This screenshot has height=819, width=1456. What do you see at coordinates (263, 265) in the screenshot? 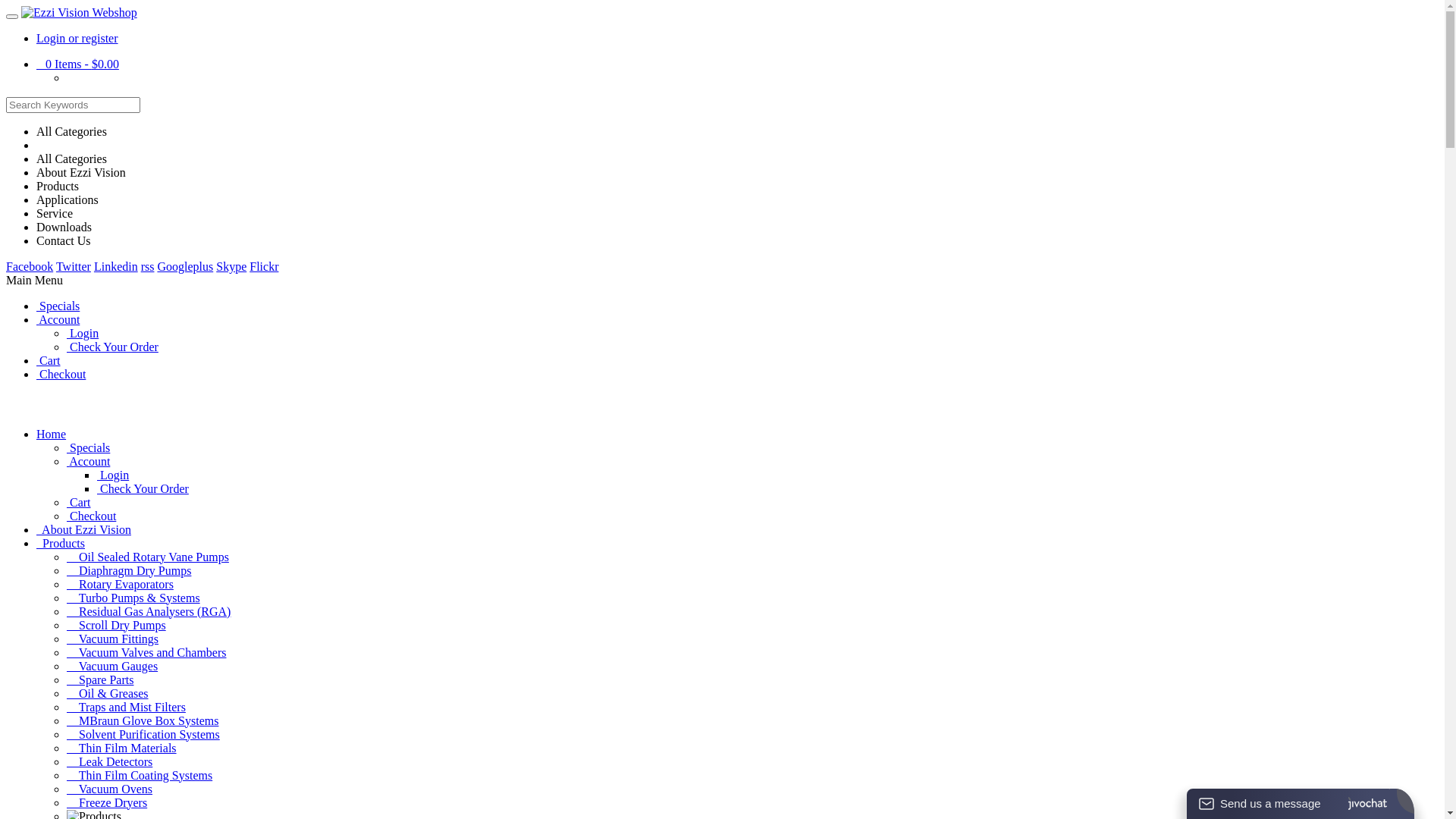
I see `'Flickr'` at bounding box center [263, 265].